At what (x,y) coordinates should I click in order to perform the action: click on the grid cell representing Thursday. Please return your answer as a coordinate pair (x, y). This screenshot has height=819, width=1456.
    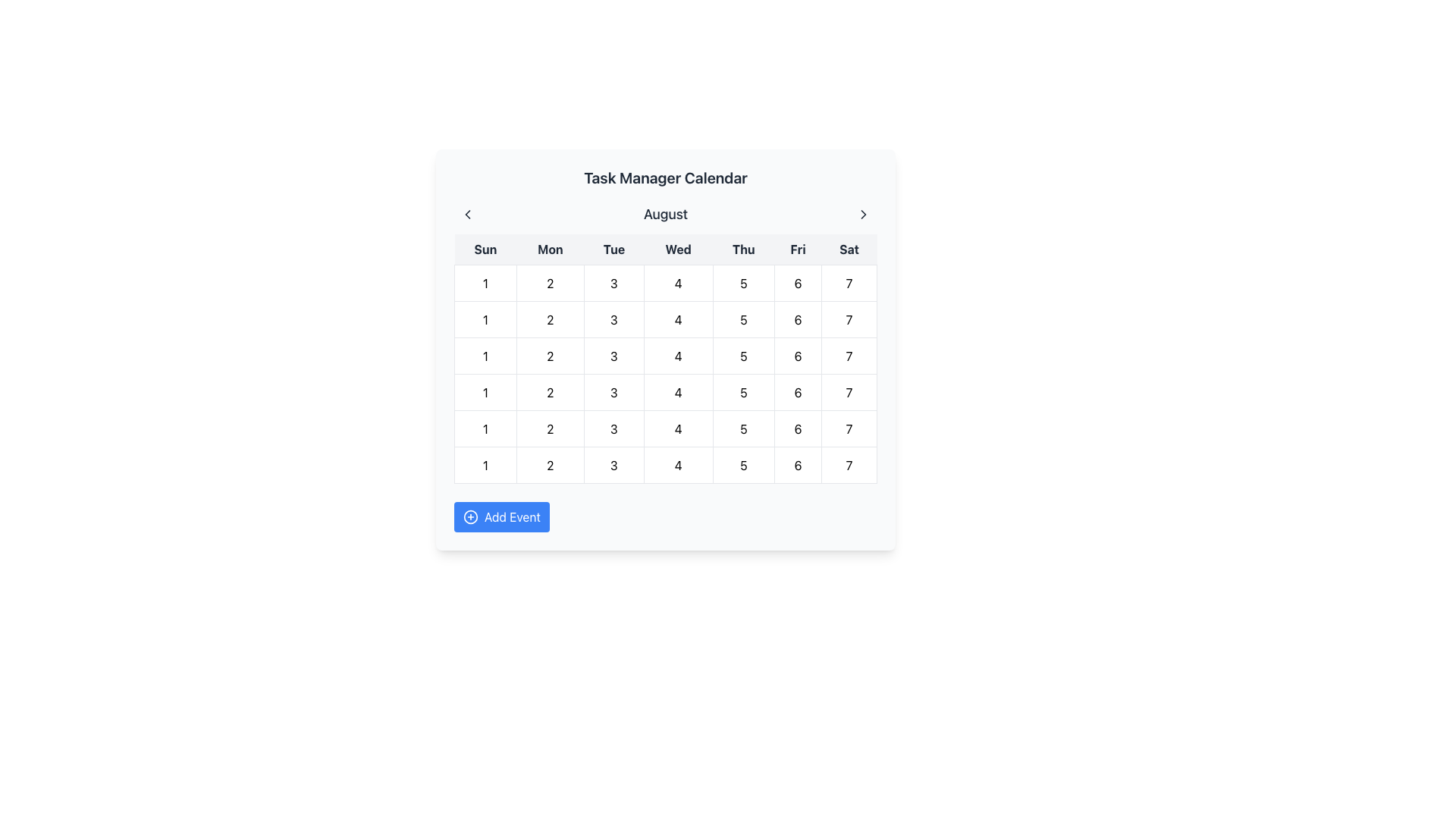
    Looking at the image, I should click on (743, 318).